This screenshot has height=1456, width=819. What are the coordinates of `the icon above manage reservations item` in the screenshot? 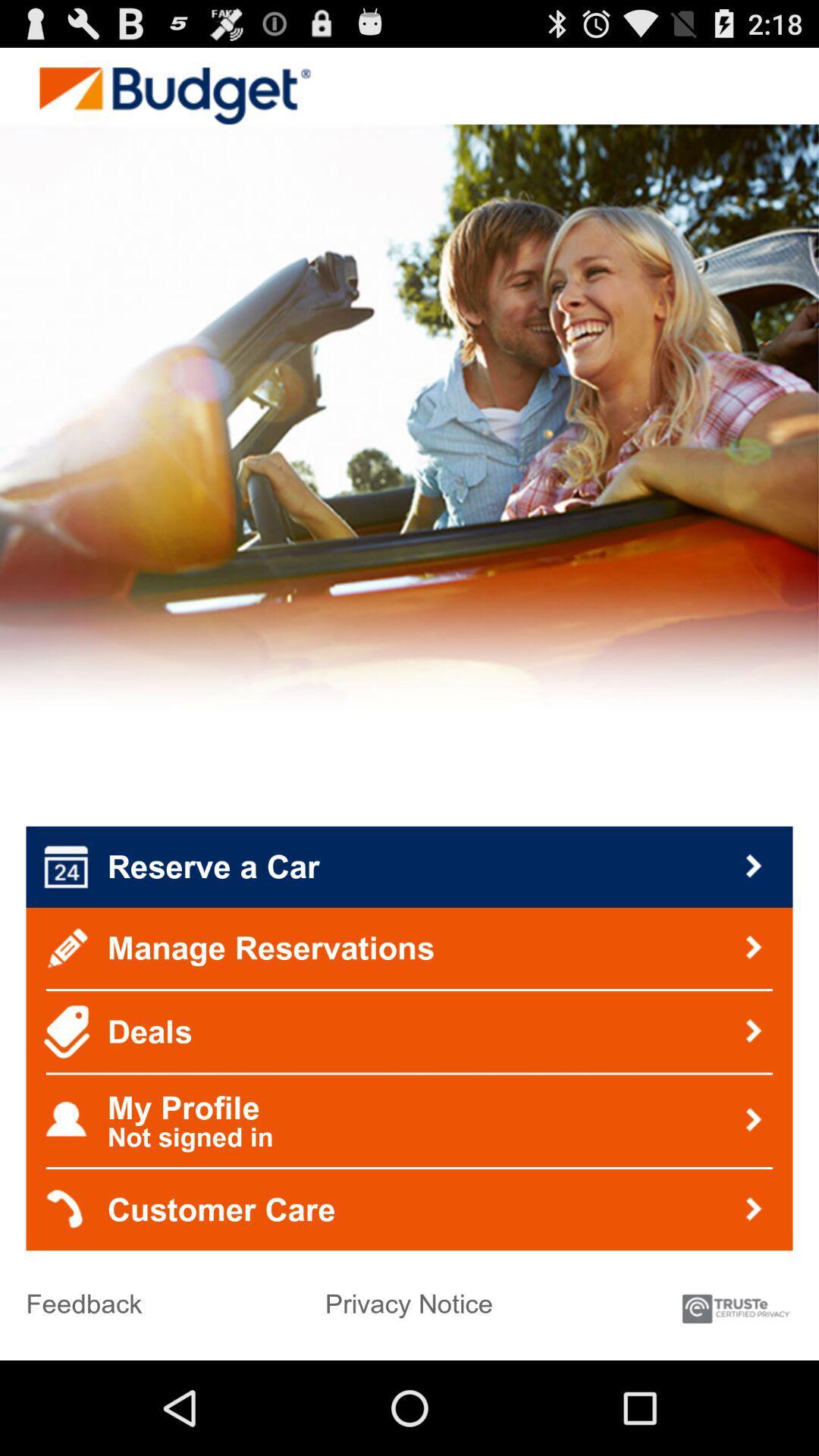 It's located at (409, 867).